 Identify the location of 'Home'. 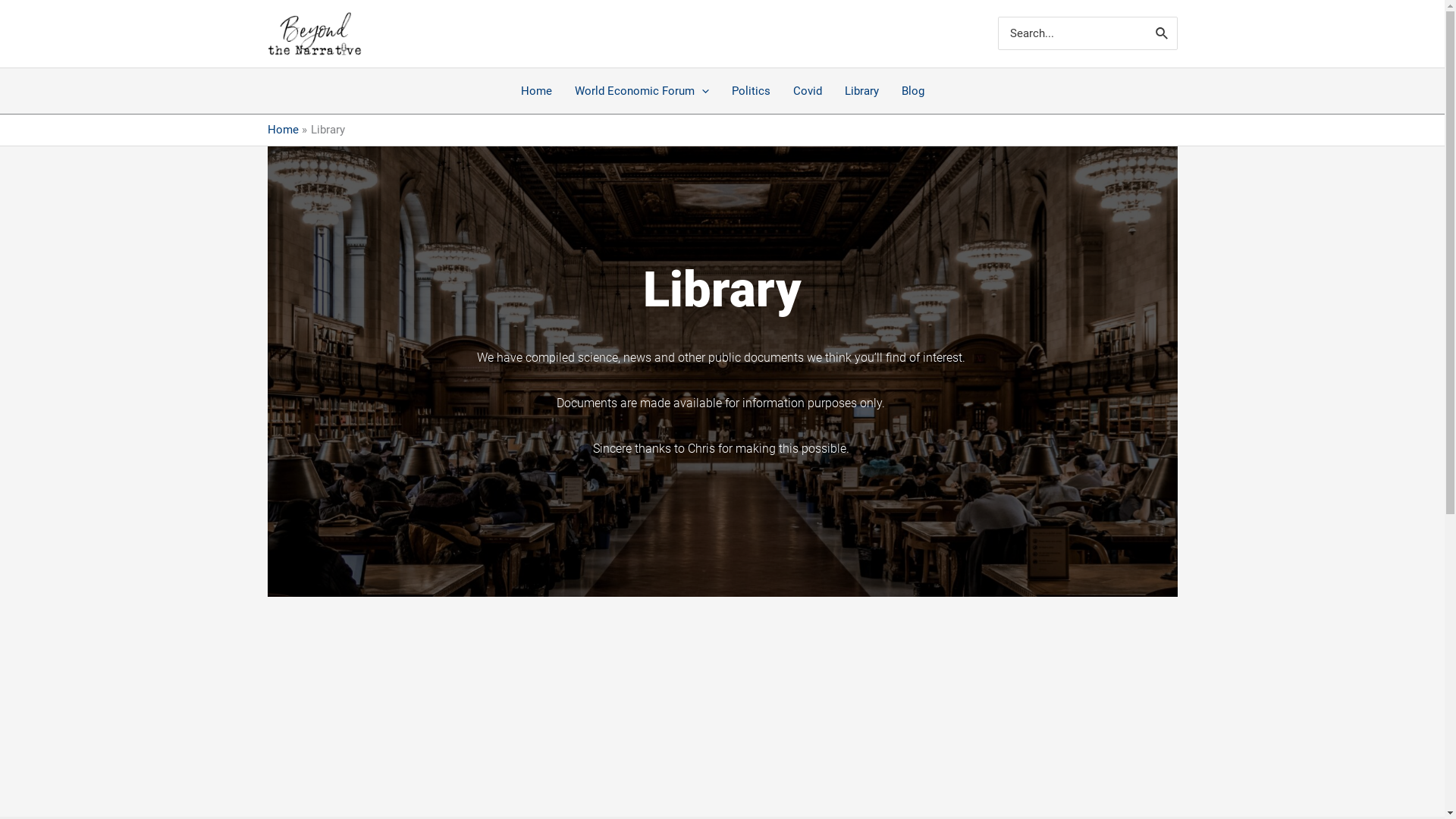
(282, 128).